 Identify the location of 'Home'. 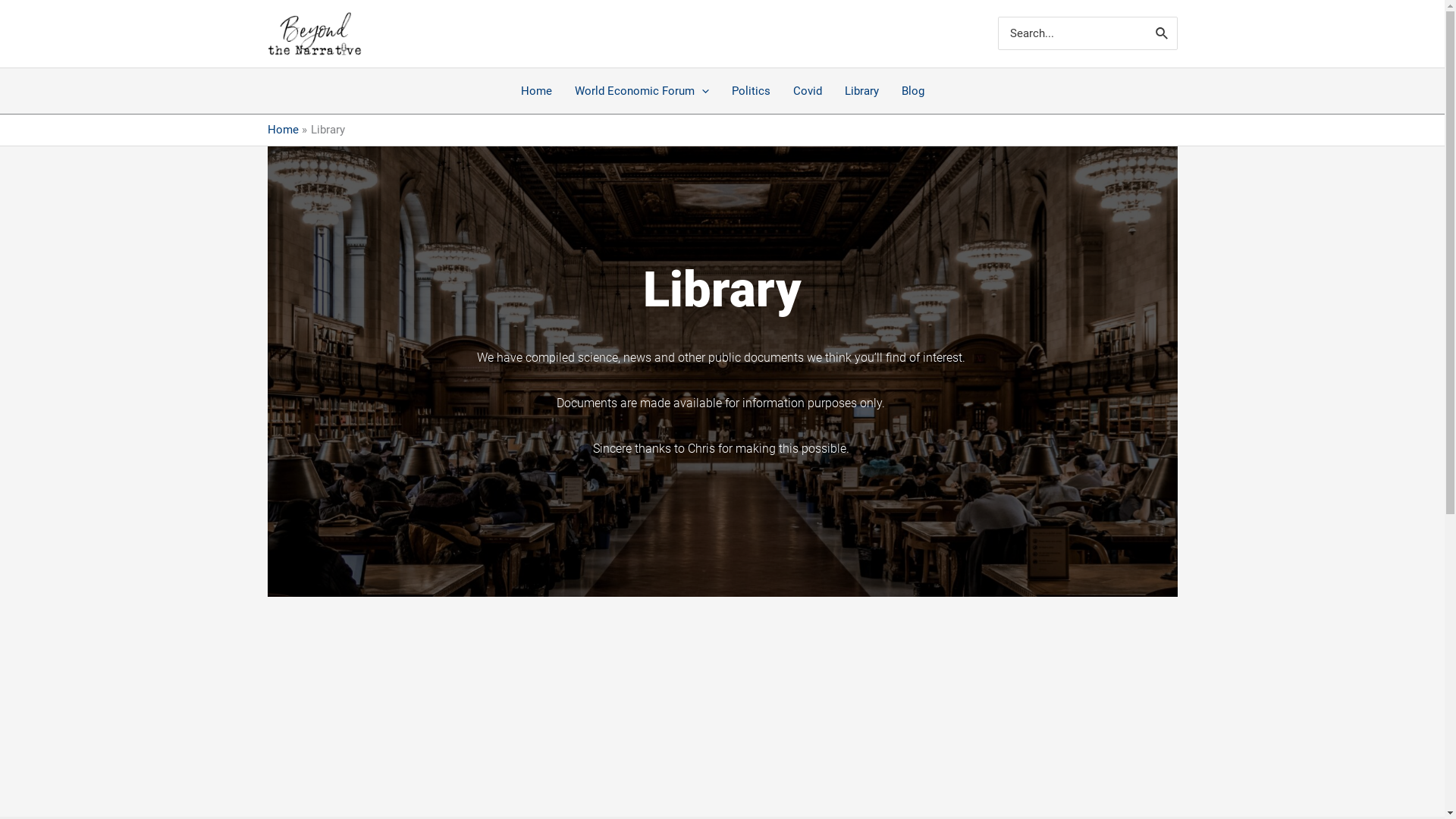
(282, 128).